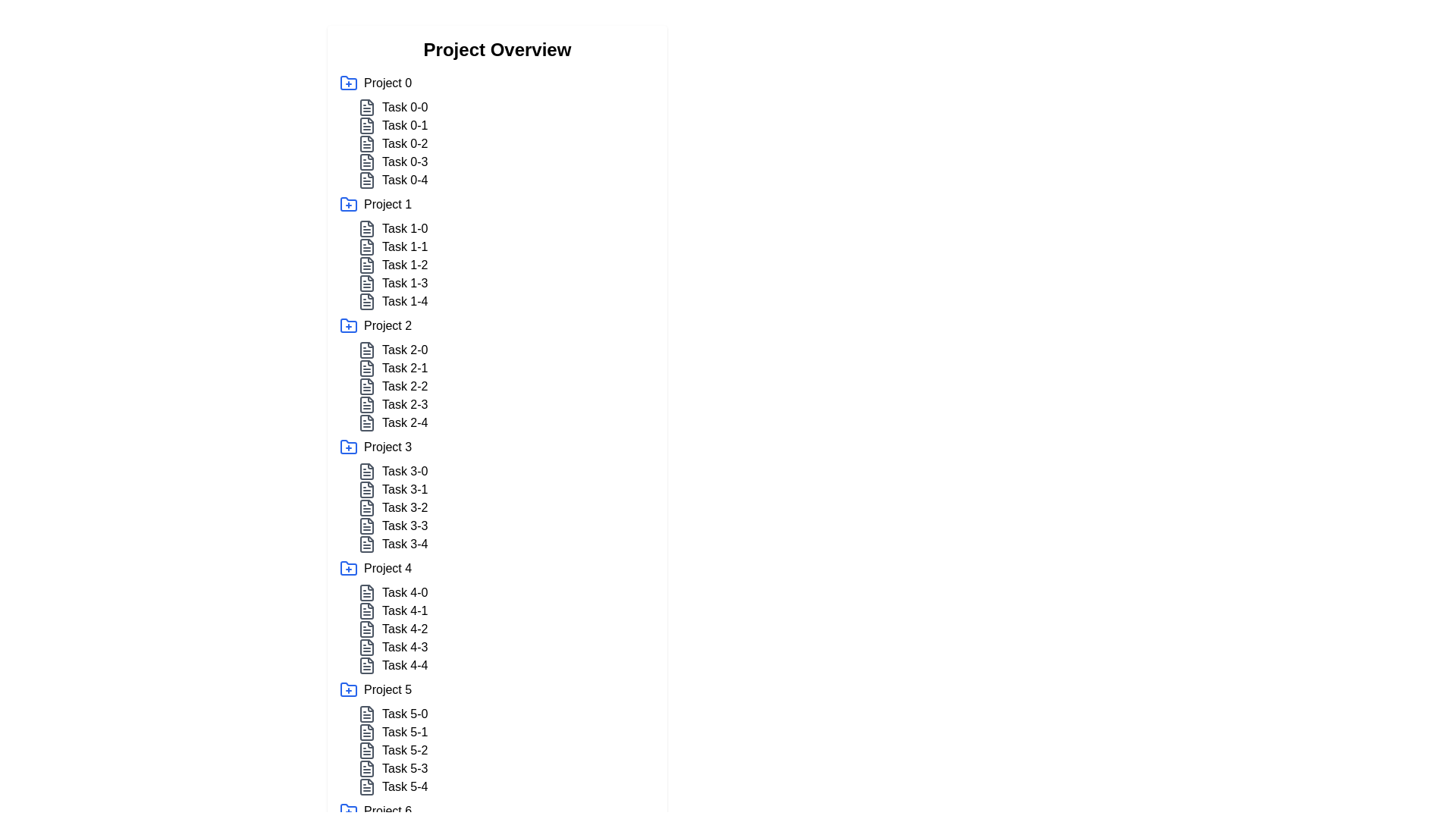 This screenshot has width=1456, height=819. Describe the element at coordinates (506, 508) in the screenshot. I see `the list item labeled 'Task 3-2'` at that location.